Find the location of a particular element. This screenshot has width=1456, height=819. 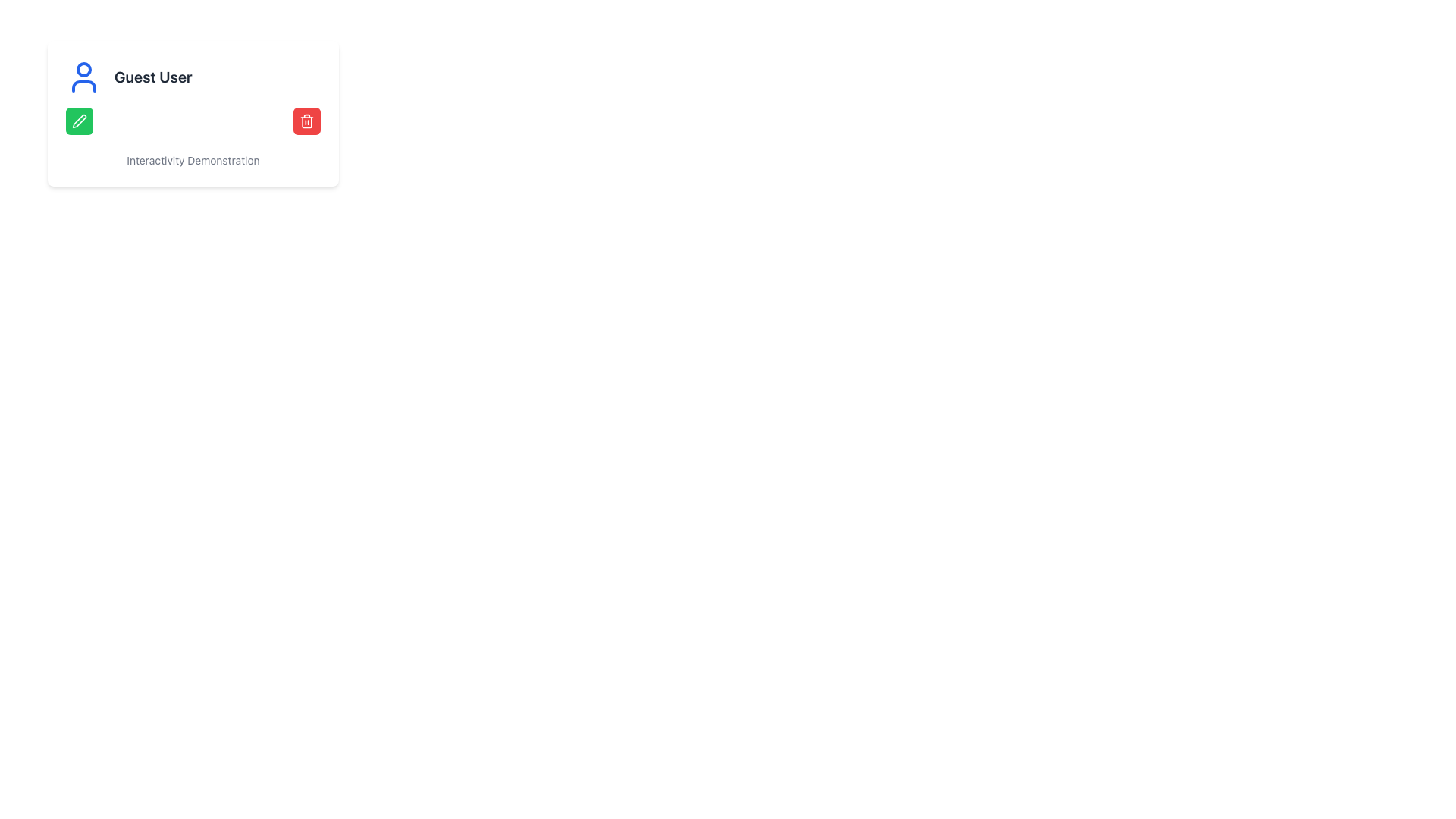

the green square icon button with a pen symbol is located at coordinates (79, 120).